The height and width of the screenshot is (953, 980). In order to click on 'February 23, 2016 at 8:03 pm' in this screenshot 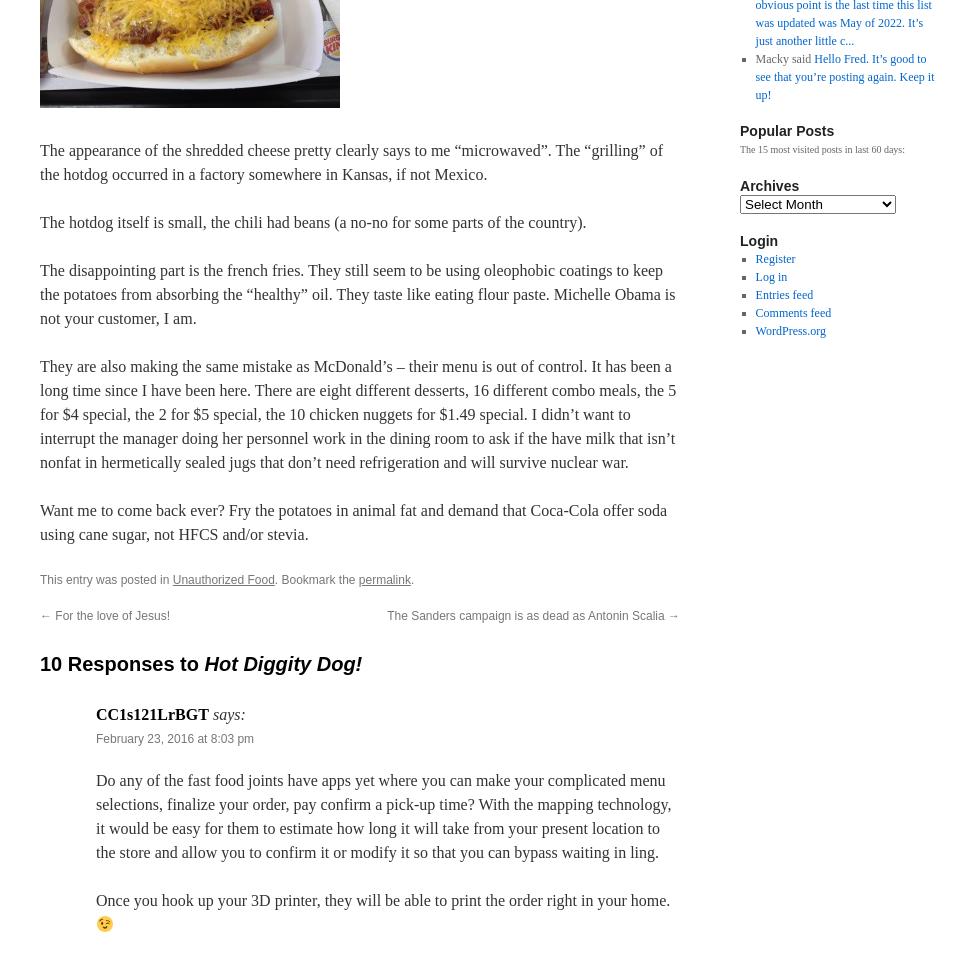, I will do `click(175, 738)`.